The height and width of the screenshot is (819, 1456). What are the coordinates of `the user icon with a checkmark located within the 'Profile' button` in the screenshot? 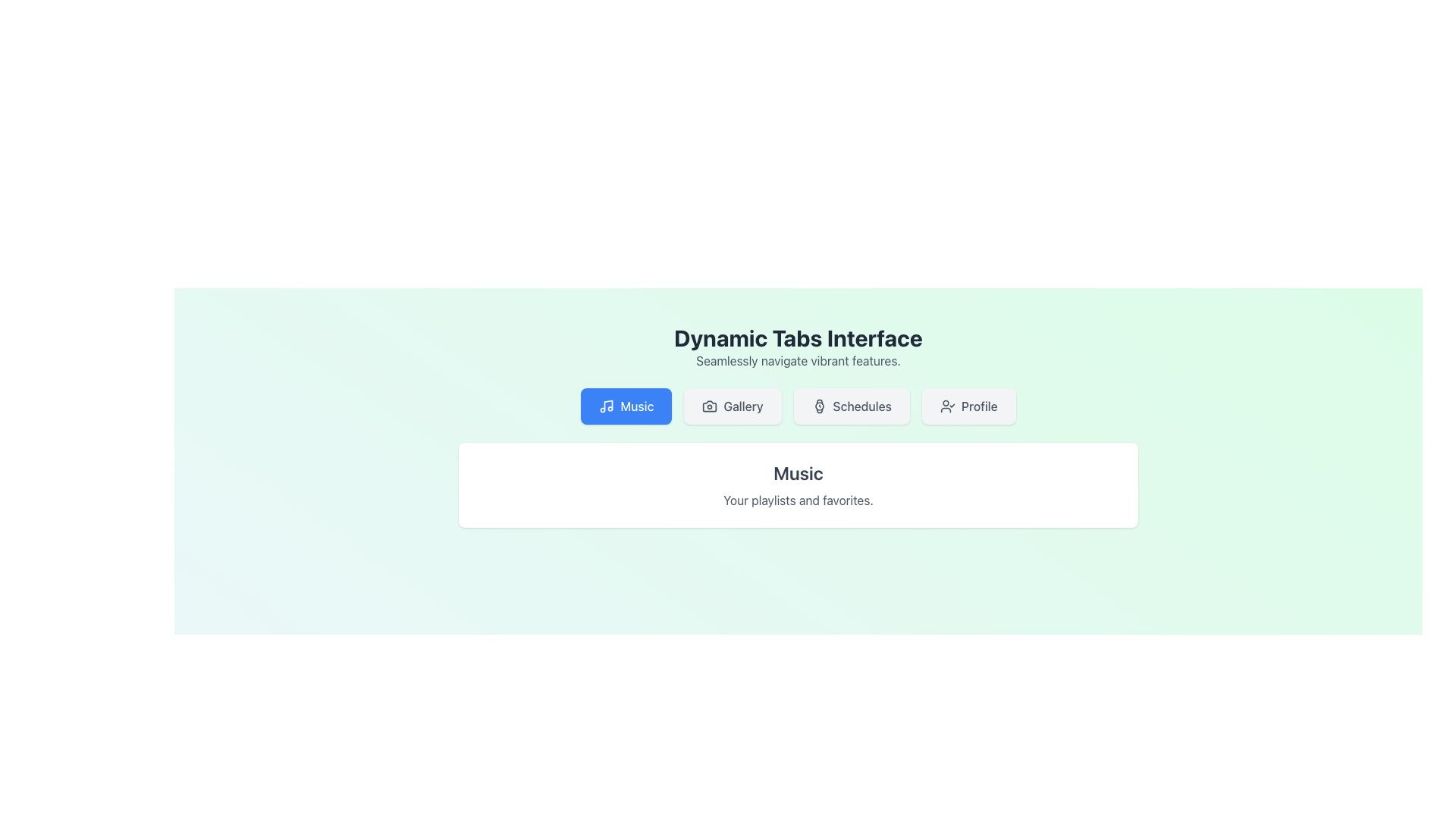 It's located at (946, 406).